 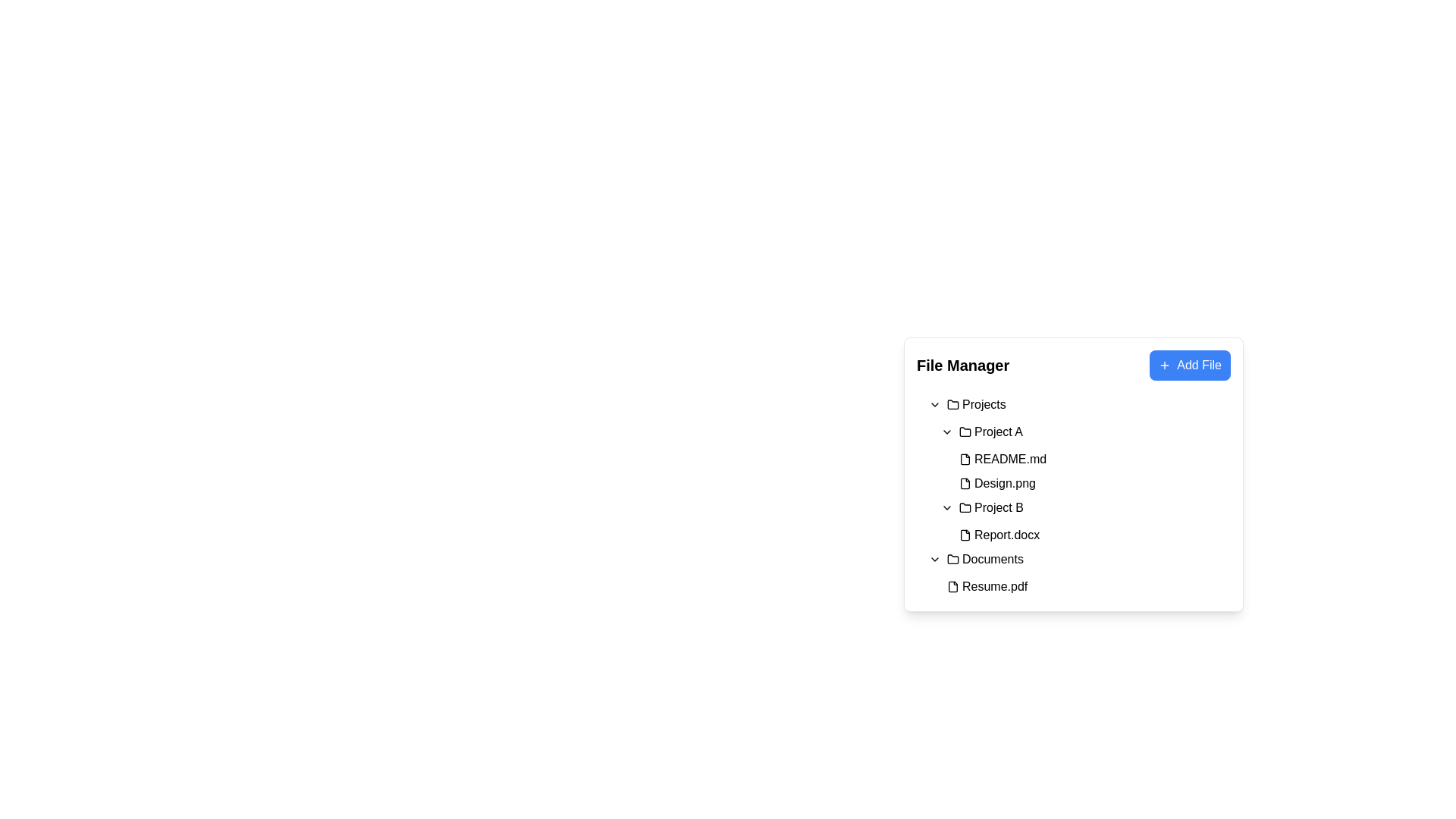 I want to click on the 'README.md' file entry item in the 'Project A' folder, so click(x=1092, y=458).